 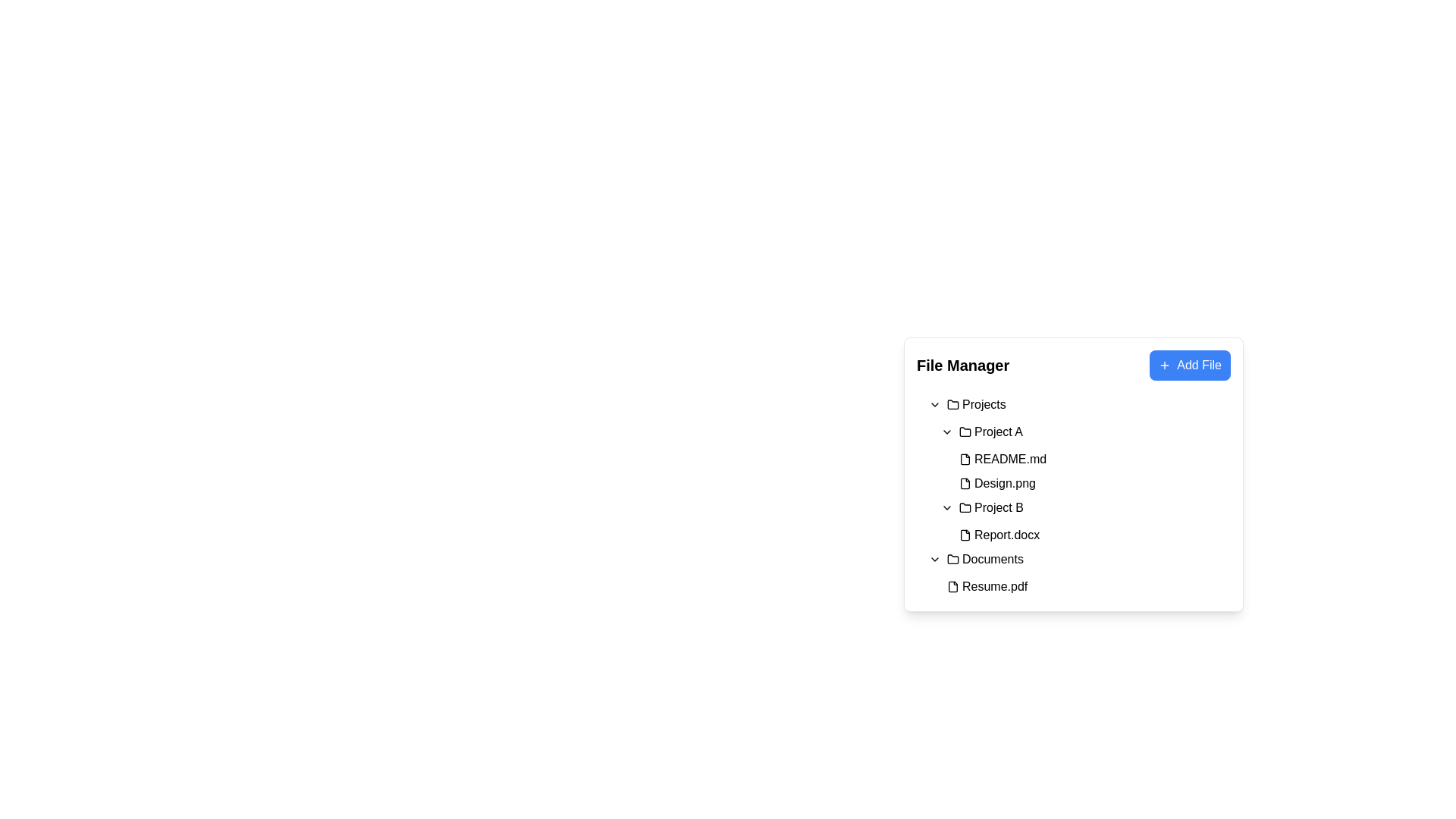 I want to click on the 'README.md' file entry item in the 'Project A' folder, so click(x=1092, y=458).